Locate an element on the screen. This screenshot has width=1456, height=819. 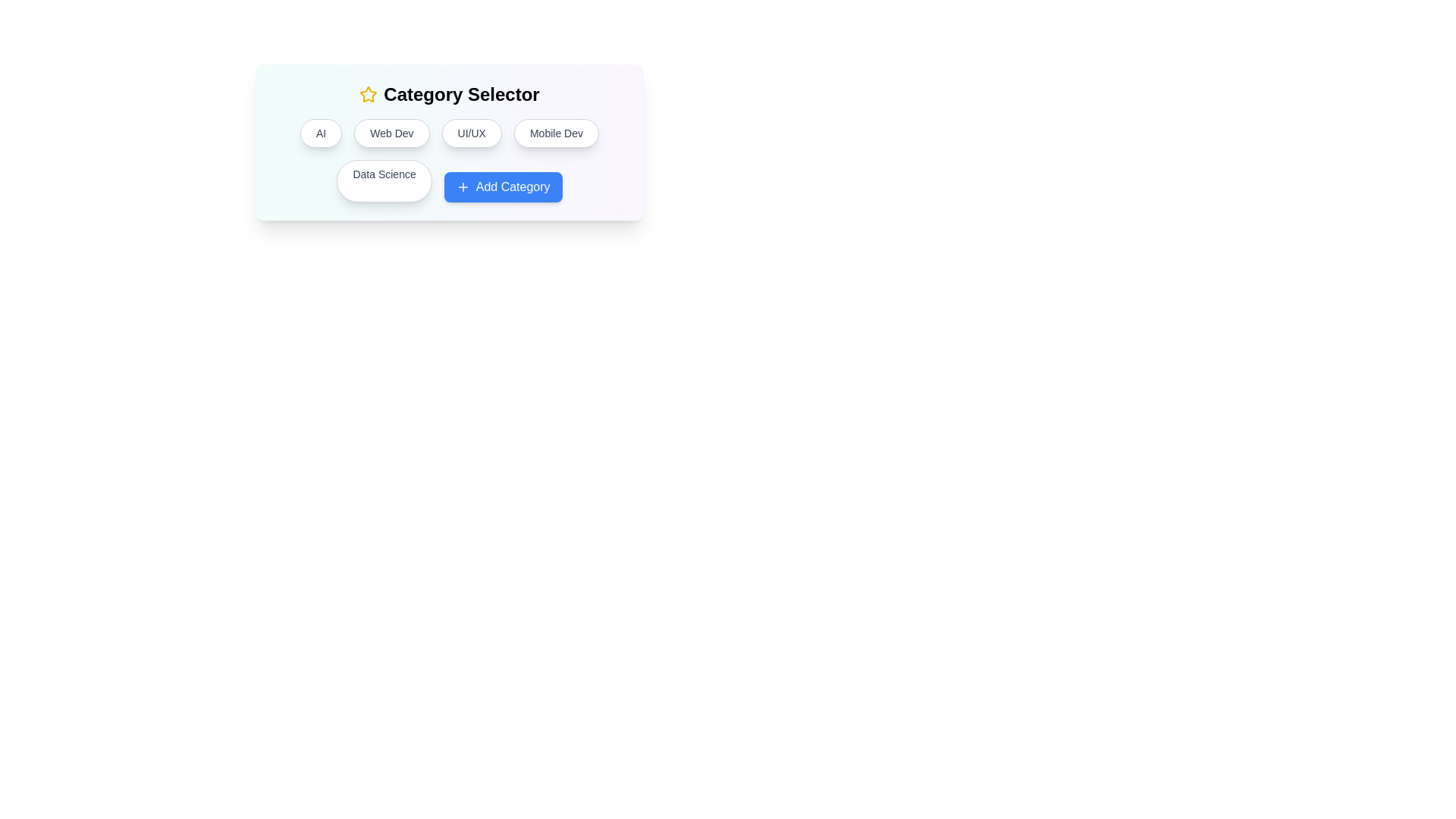
the category button labeled 'Data Science' is located at coordinates (384, 180).